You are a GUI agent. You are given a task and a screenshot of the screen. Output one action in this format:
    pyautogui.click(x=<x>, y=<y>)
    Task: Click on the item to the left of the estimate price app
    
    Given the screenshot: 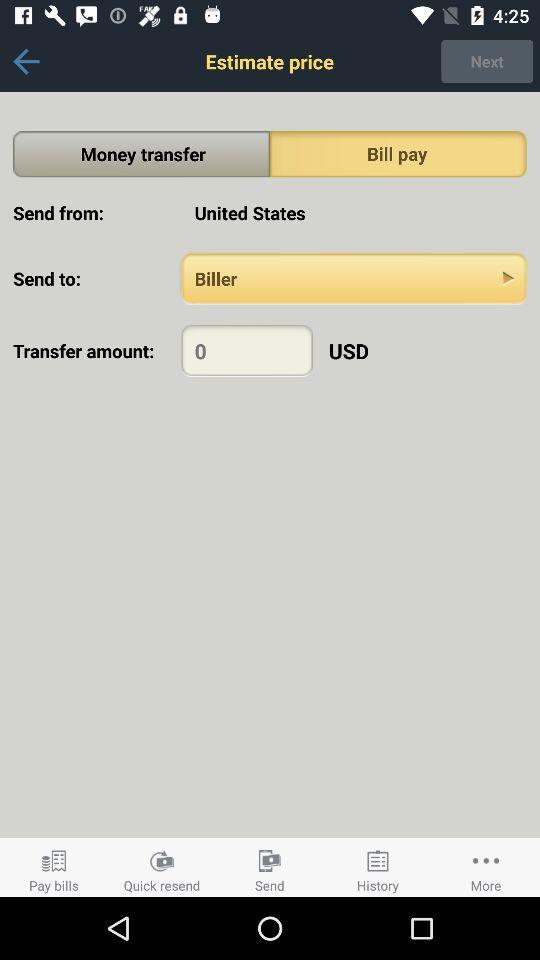 What is the action you would take?
    pyautogui.click(x=25, y=61)
    